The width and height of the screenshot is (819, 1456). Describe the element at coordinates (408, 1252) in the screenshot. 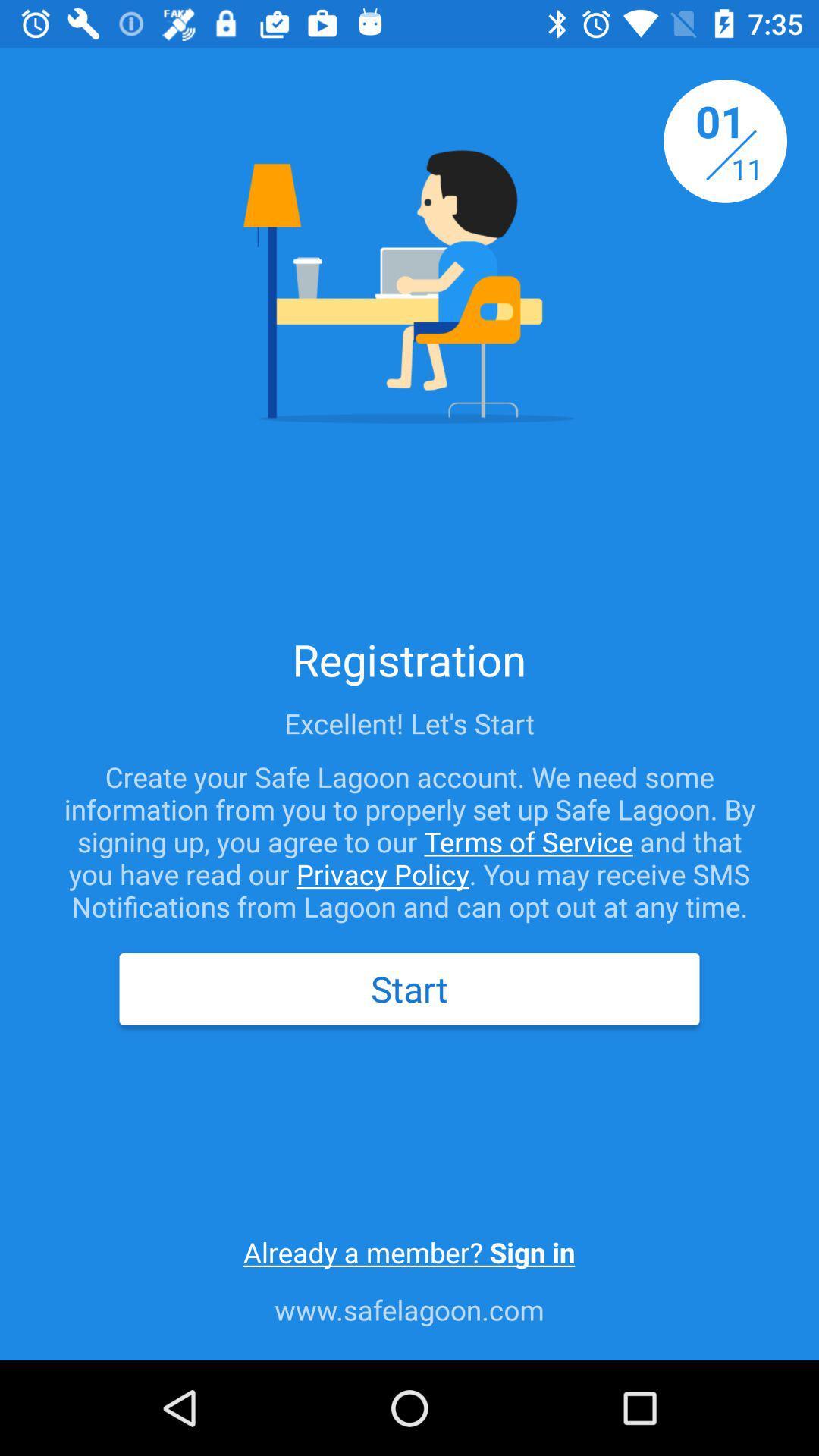

I see `the already a member icon` at that location.